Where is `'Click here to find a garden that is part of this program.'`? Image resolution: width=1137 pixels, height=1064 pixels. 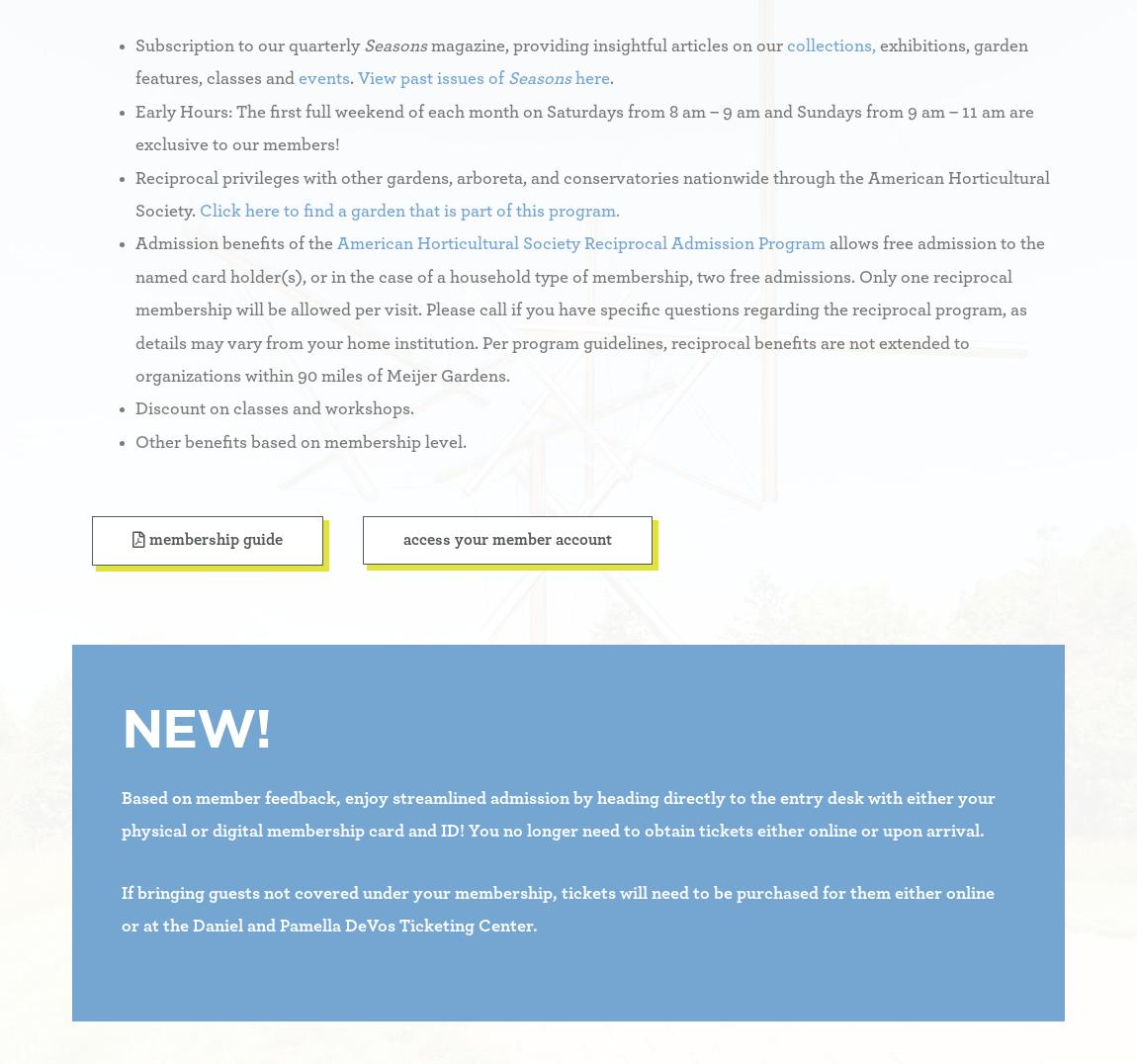
'Click here to find a garden that is part of this program.' is located at coordinates (409, 210).